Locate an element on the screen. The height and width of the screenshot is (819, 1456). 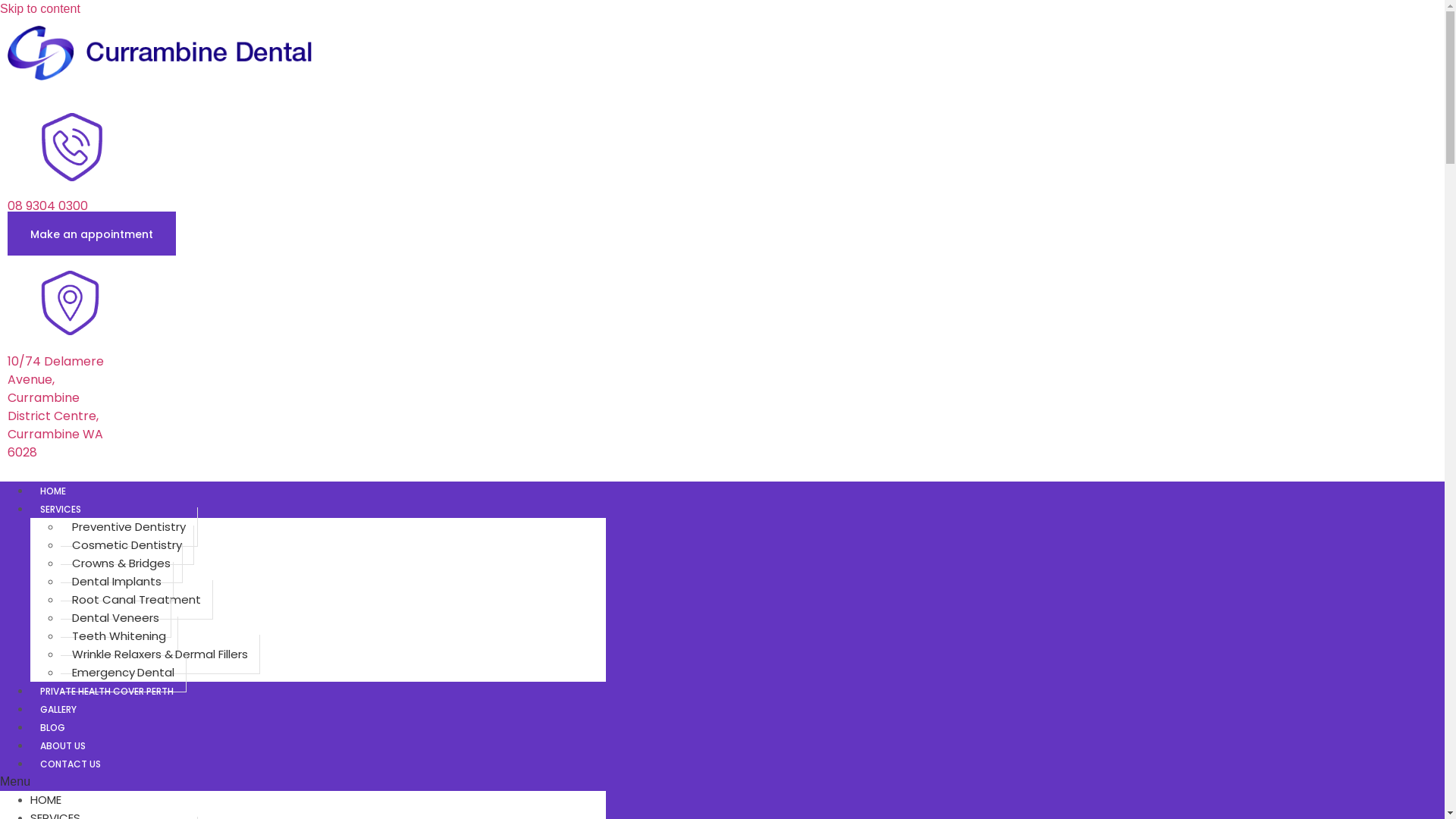
'Skip to content' is located at coordinates (39, 8).